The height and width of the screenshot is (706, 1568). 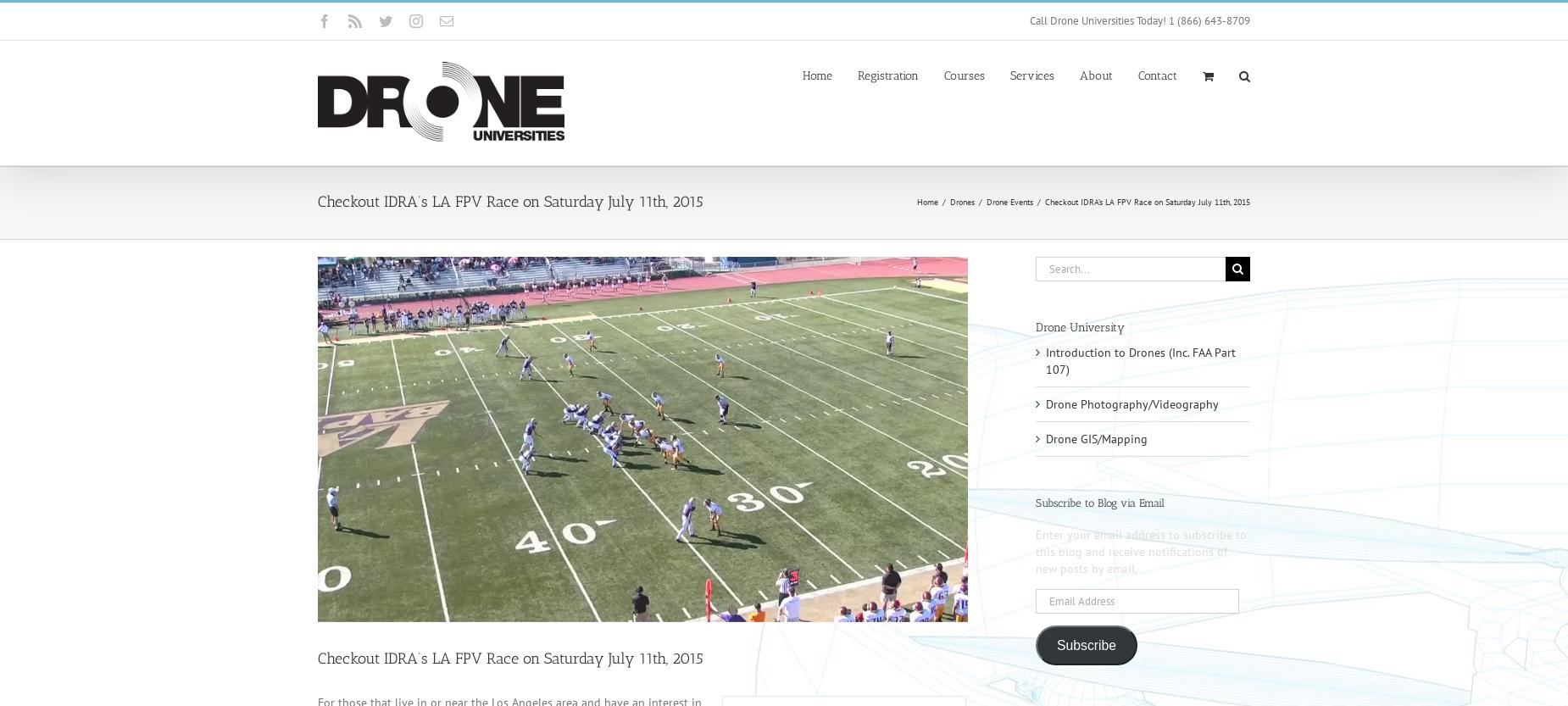 I want to click on 'Registration', so click(x=887, y=76).